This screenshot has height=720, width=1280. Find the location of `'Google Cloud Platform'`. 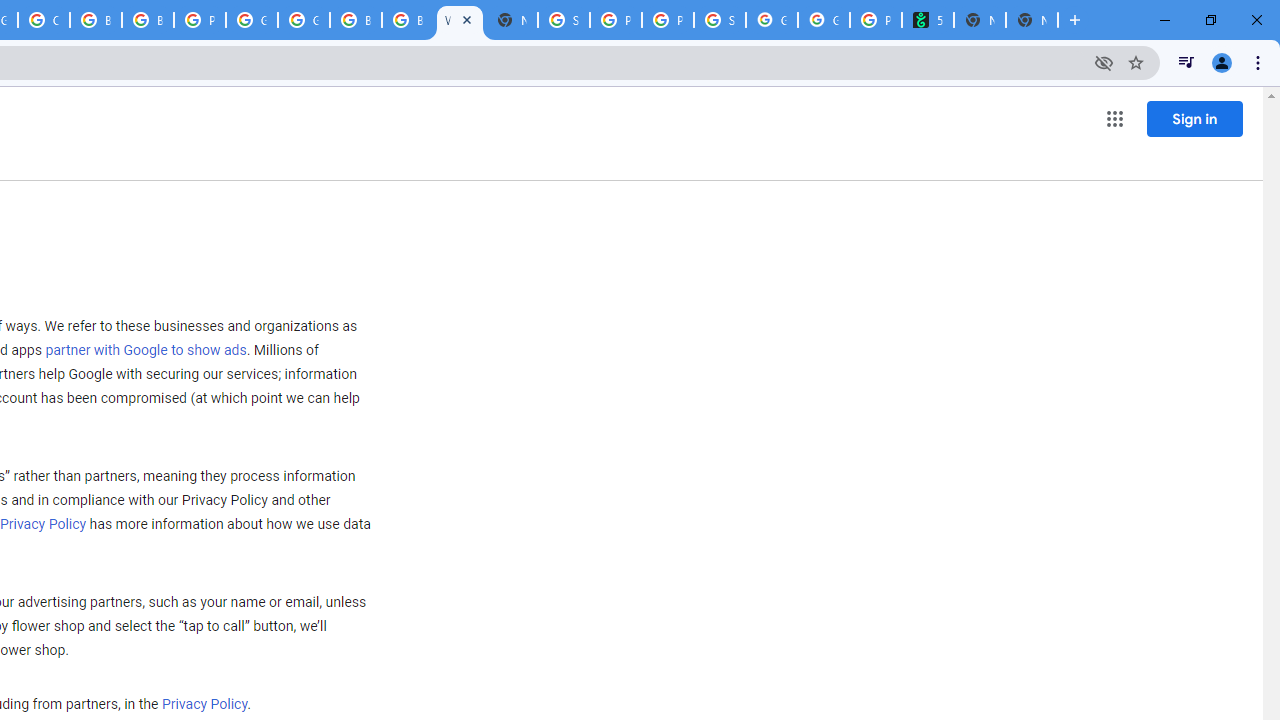

'Google Cloud Platform' is located at coordinates (251, 20).